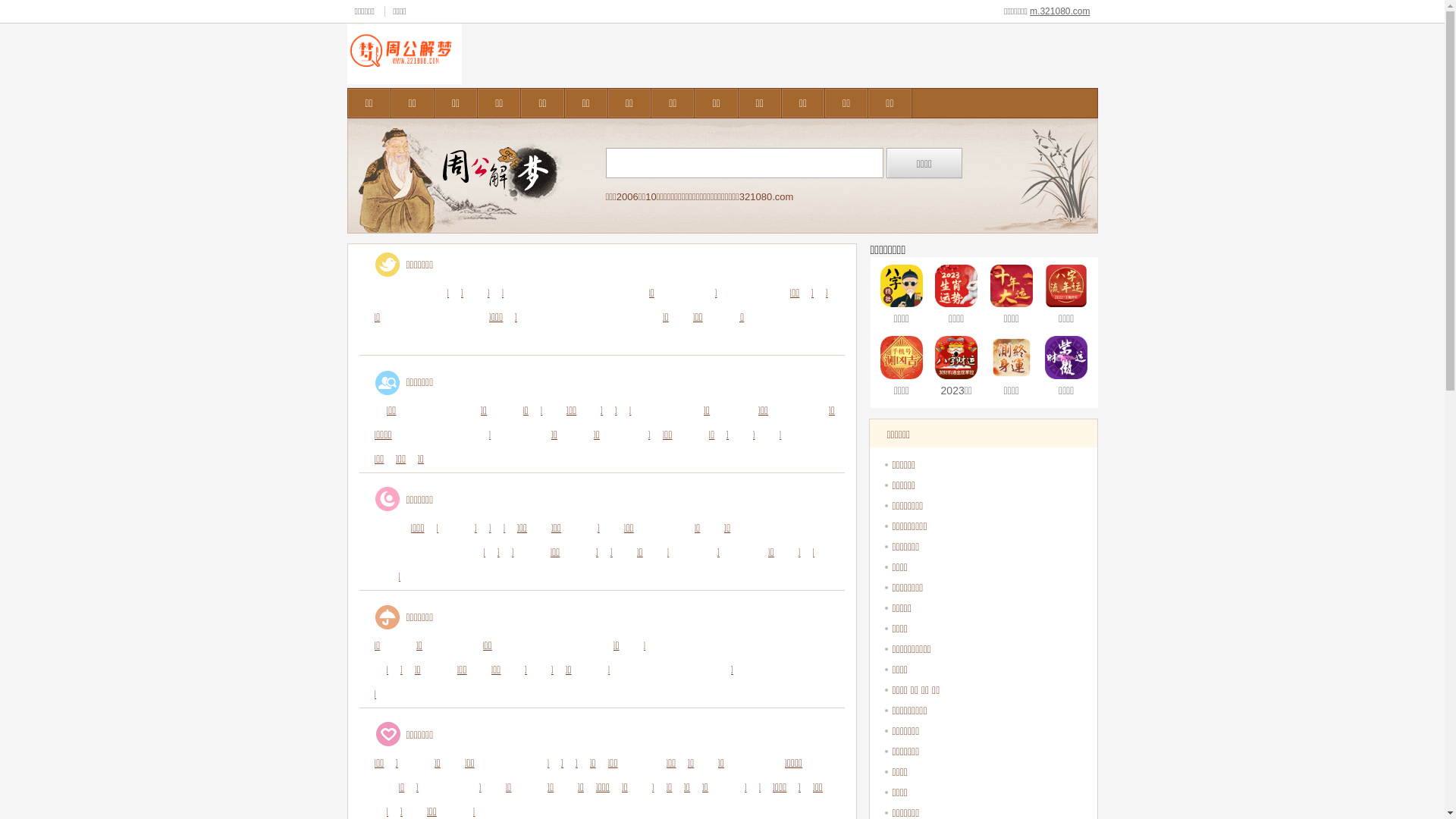  I want to click on 'm.321080.com', so click(1059, 11).